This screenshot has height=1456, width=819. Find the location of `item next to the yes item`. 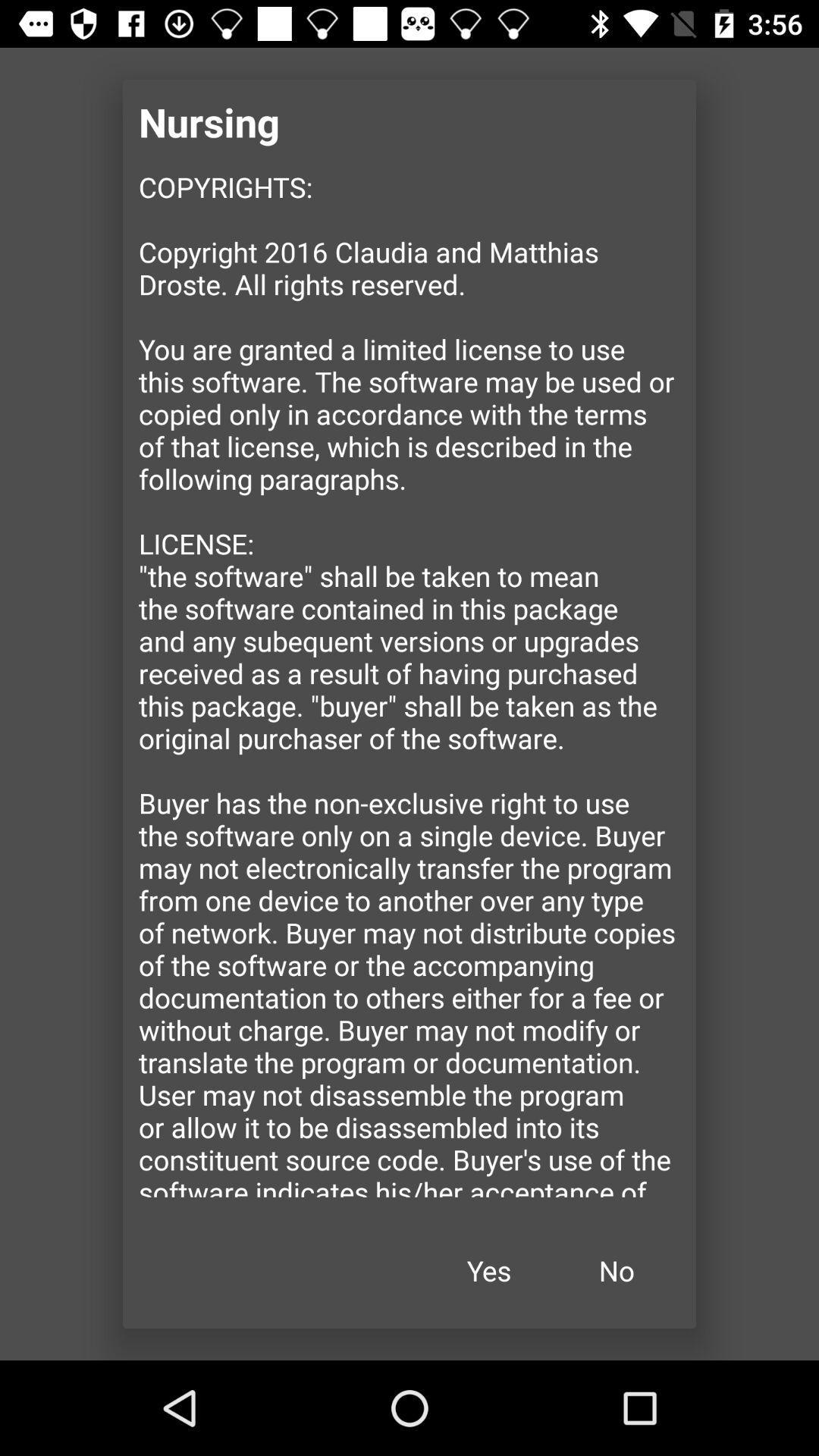

item next to the yes item is located at coordinates (617, 1270).